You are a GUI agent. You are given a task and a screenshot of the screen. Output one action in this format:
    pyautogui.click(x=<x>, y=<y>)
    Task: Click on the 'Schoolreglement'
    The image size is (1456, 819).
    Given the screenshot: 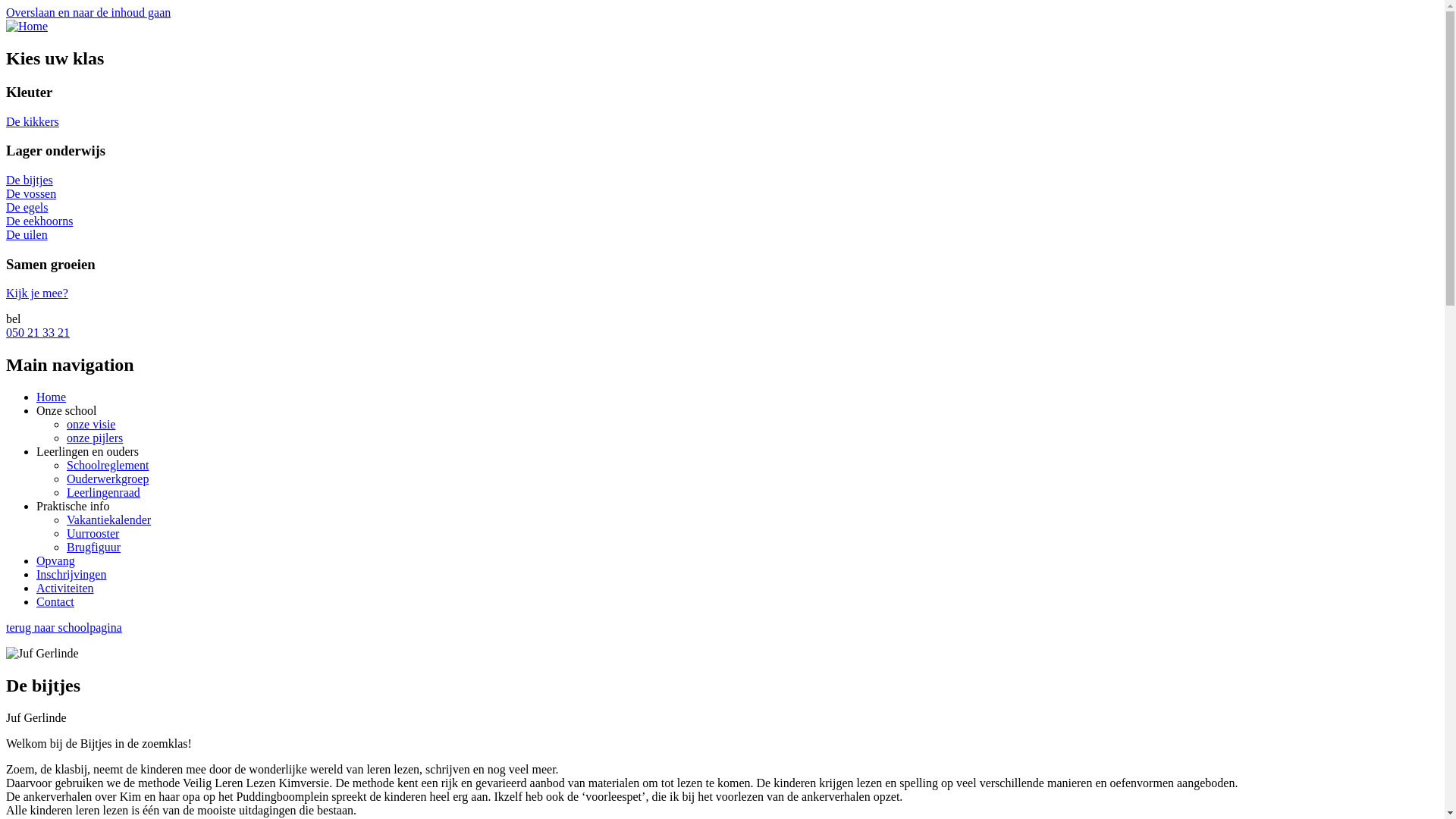 What is the action you would take?
    pyautogui.click(x=107, y=464)
    